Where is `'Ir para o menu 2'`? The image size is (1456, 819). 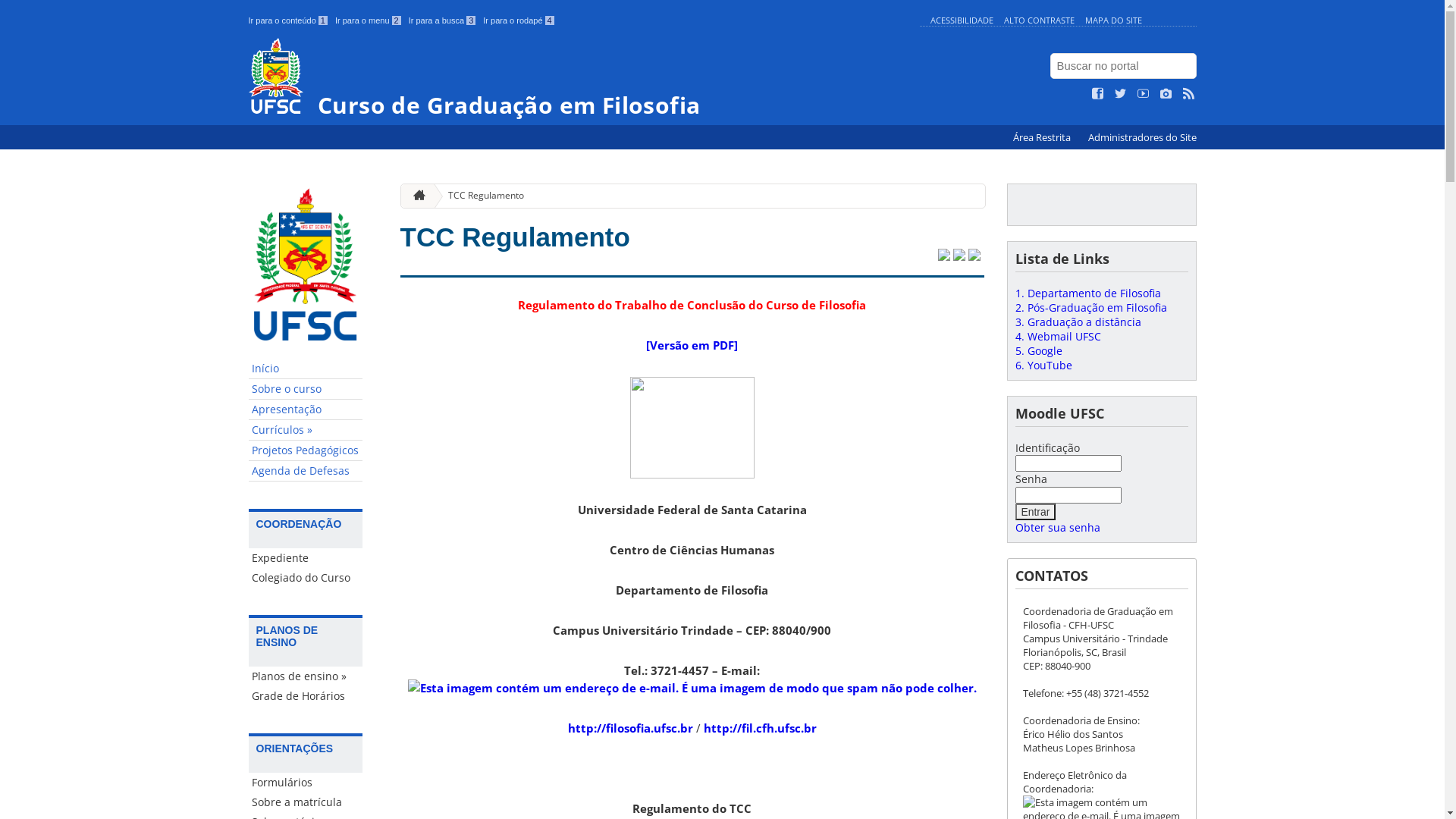 'Ir para o menu 2' is located at coordinates (368, 20).